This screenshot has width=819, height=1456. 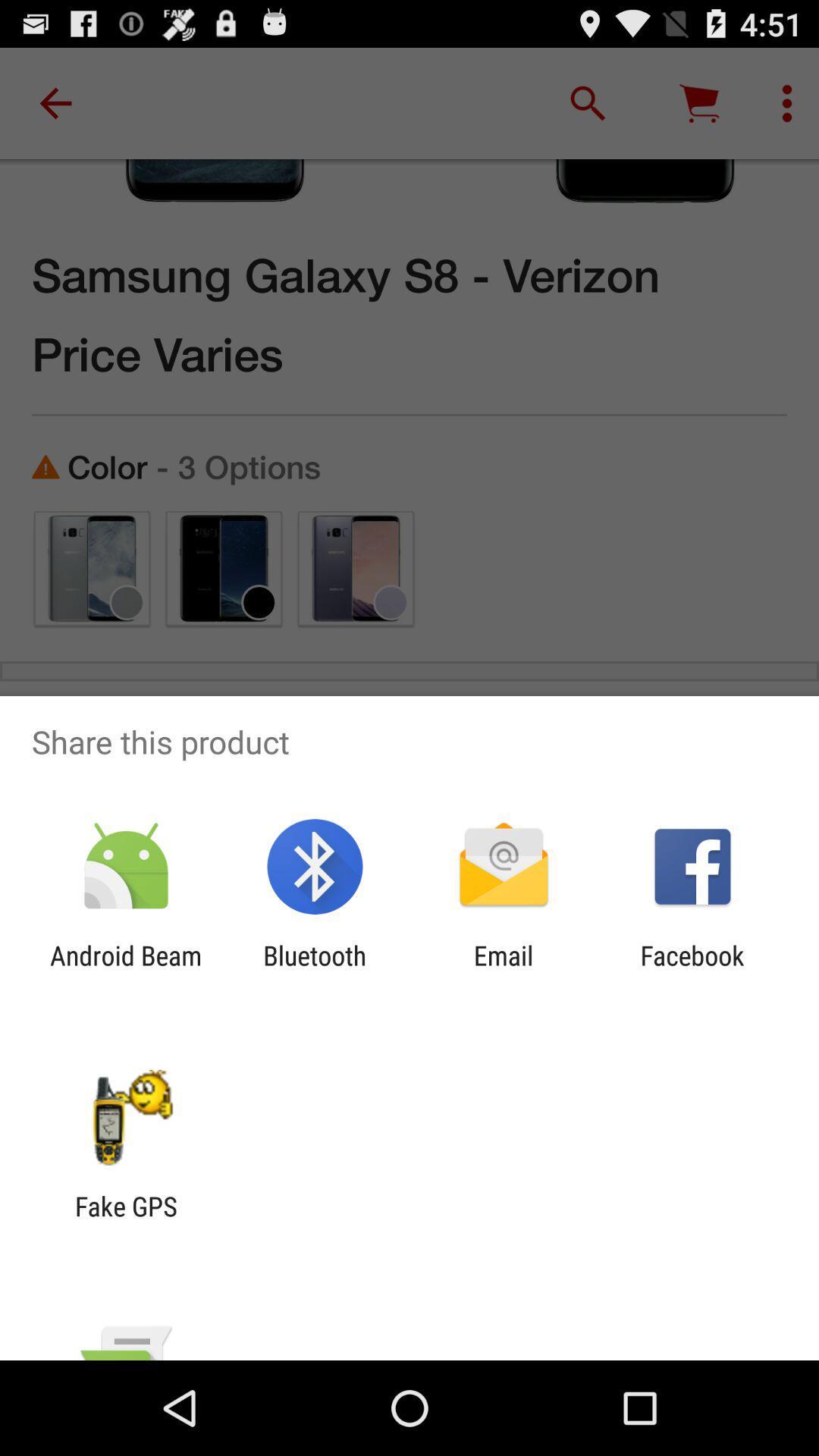 I want to click on the facebook icon, so click(x=692, y=971).